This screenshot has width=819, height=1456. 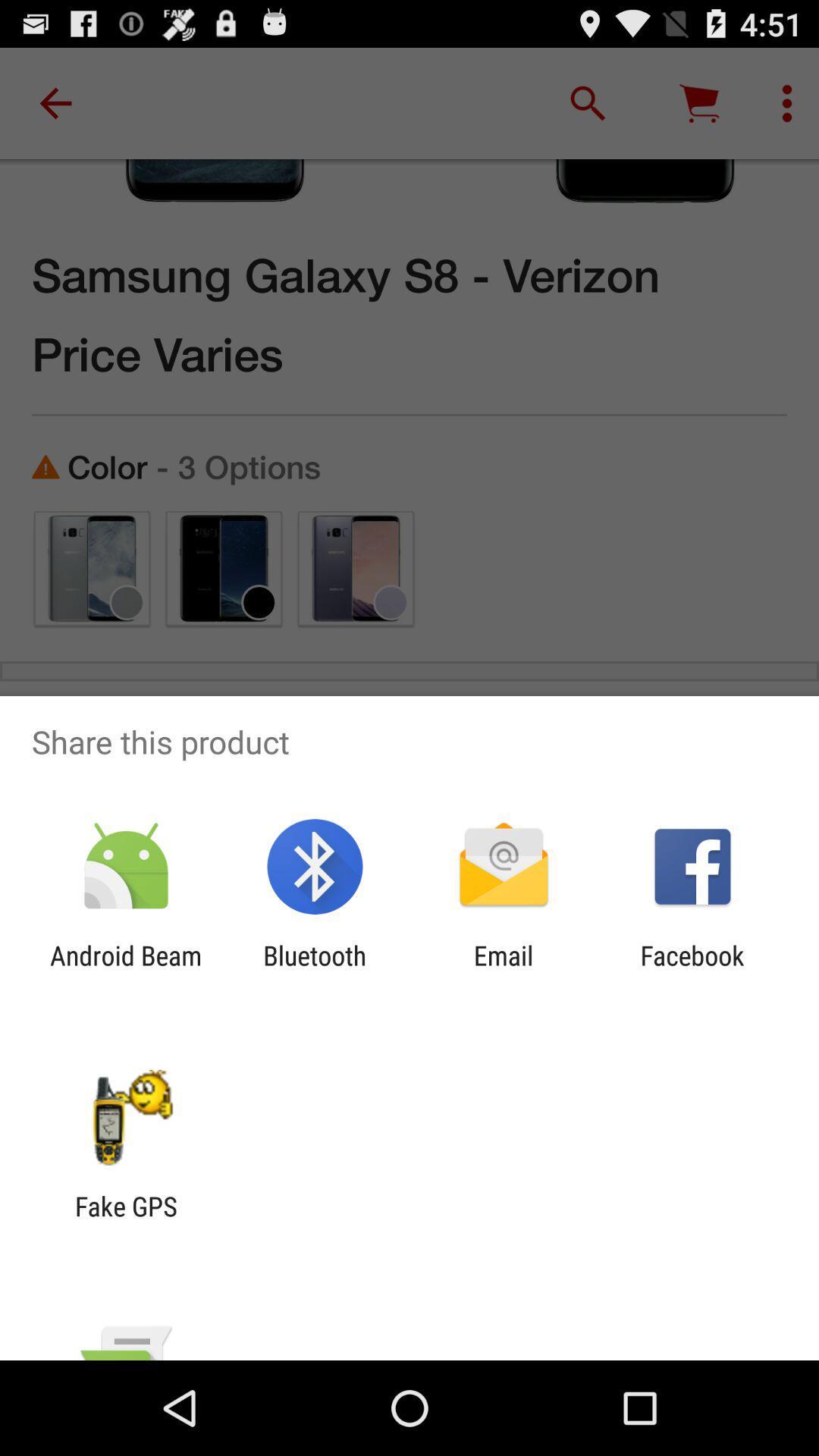 I want to click on the facebook icon, so click(x=692, y=971).